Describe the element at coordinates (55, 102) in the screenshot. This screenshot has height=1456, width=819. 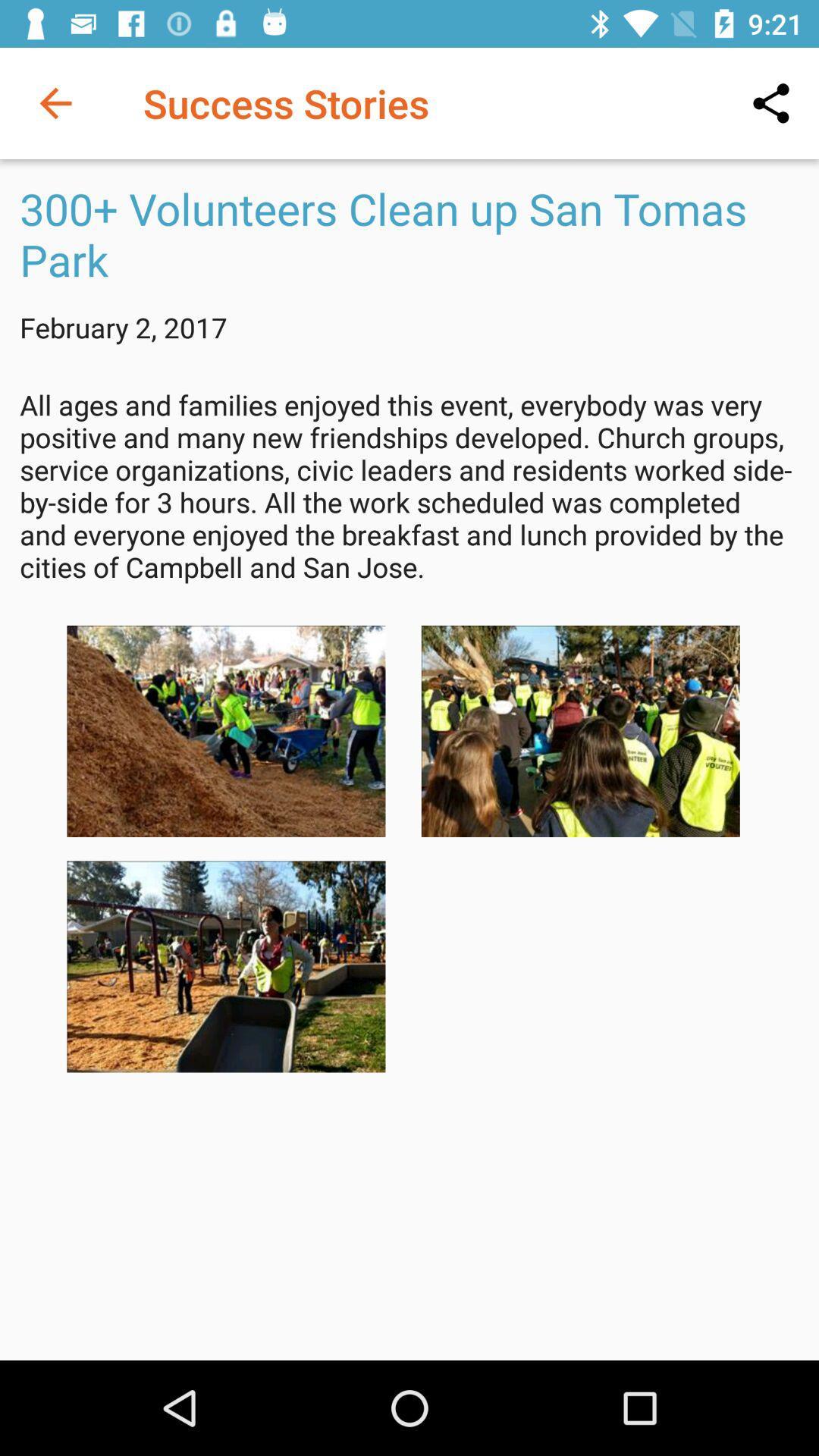
I see `item at the top left corner` at that location.